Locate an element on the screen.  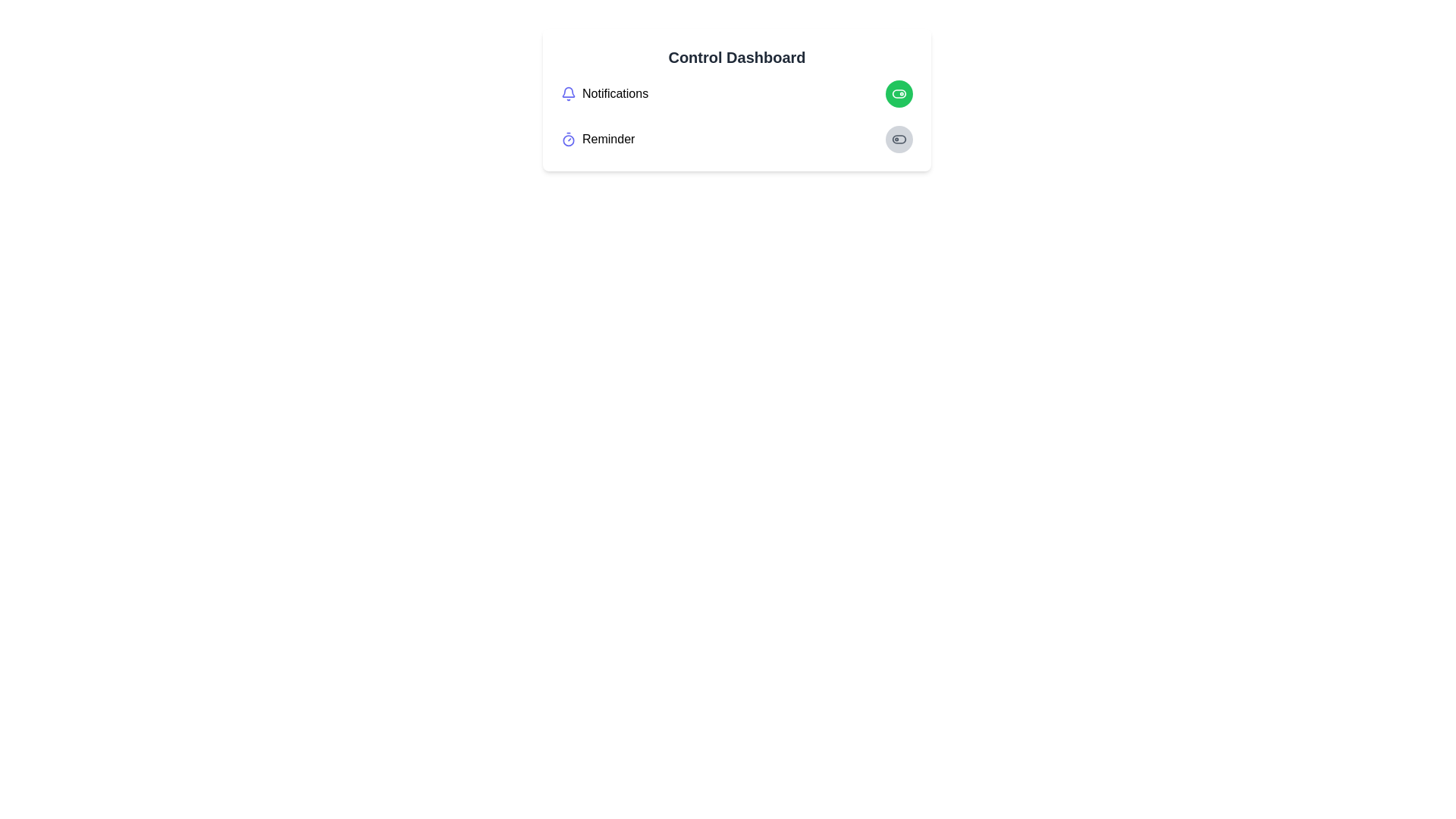
the toggle switch in the first row of the notification control to change its state is located at coordinates (736, 93).